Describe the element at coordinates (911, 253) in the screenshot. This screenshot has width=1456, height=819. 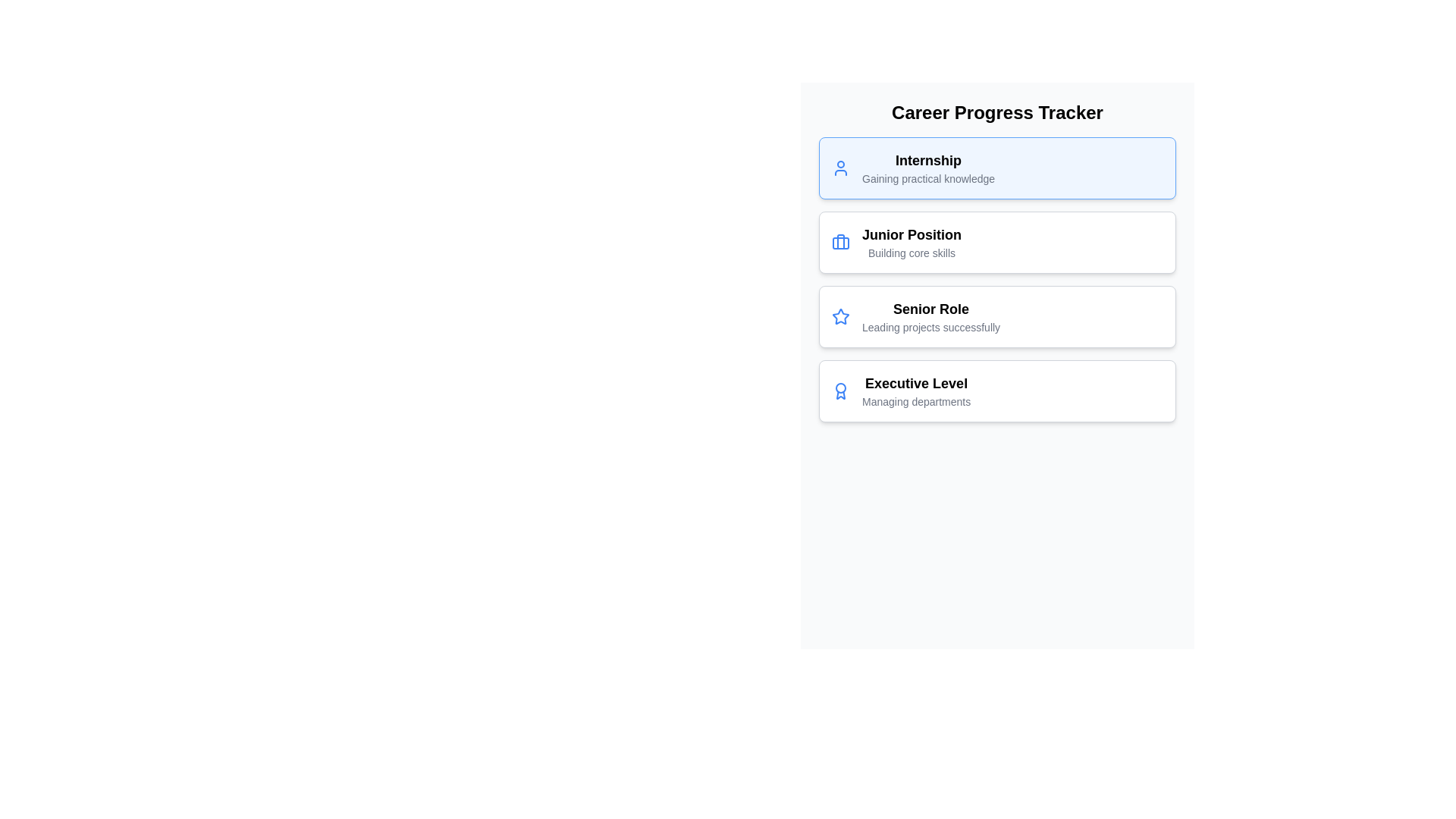
I see `the textual label displaying 'Building core skills' which is located under the bolded title 'Junior Position' in the second card from the top` at that location.